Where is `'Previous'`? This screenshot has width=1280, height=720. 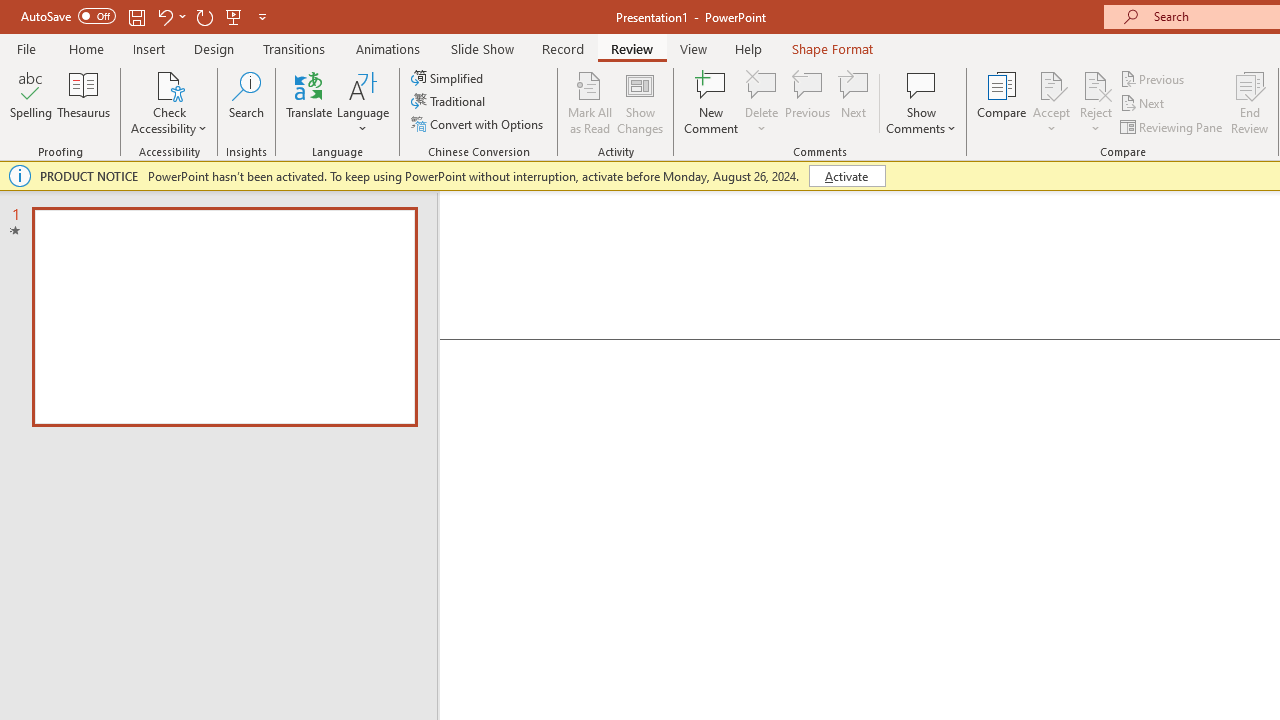
'Previous' is located at coordinates (1153, 78).